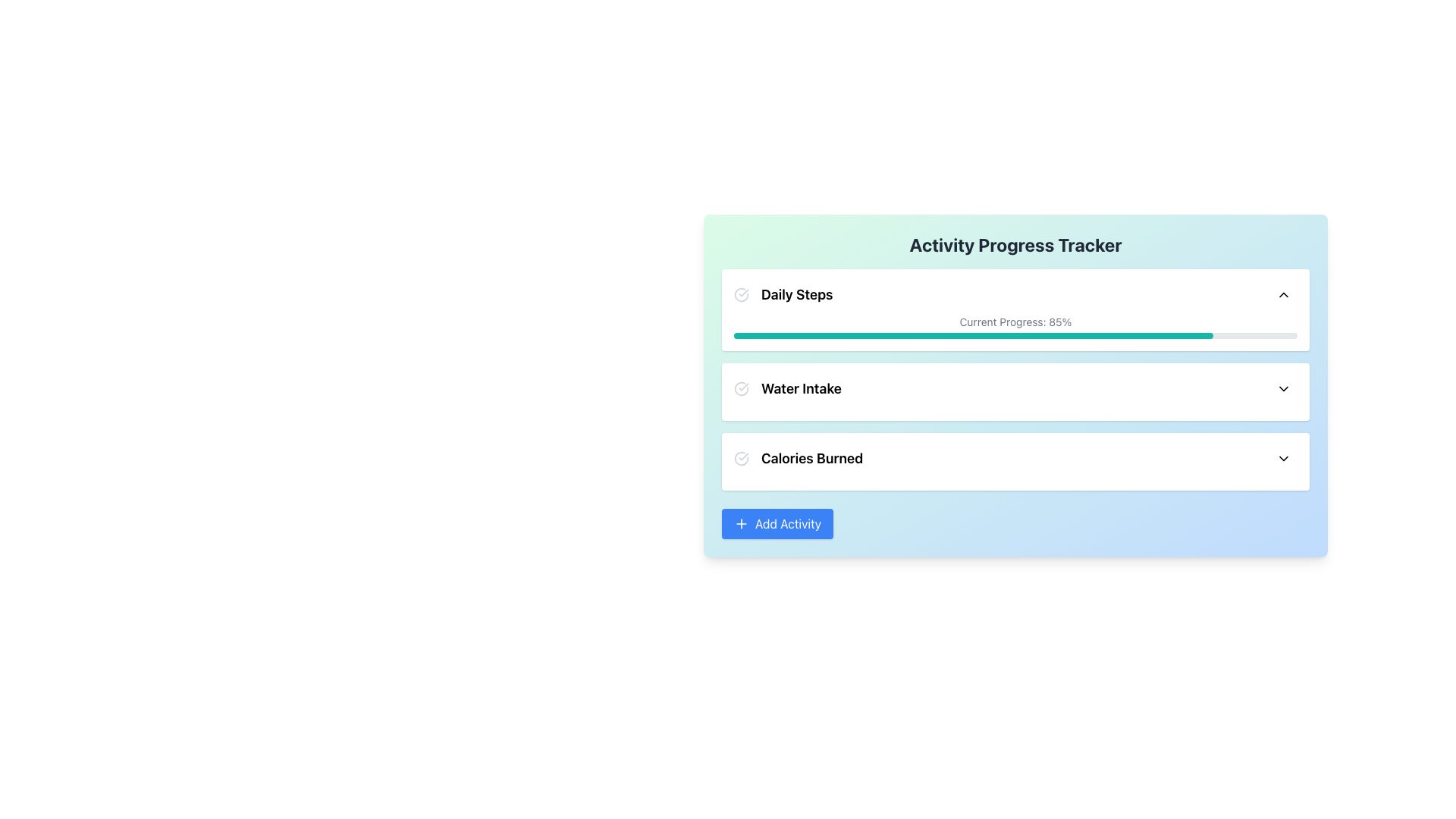 The image size is (1456, 819). I want to click on text content of the informational Text Display indicating the user's progress percentage, which is located at the upper part of the 'Daily Steps' section, above the progress bar, so click(1015, 321).